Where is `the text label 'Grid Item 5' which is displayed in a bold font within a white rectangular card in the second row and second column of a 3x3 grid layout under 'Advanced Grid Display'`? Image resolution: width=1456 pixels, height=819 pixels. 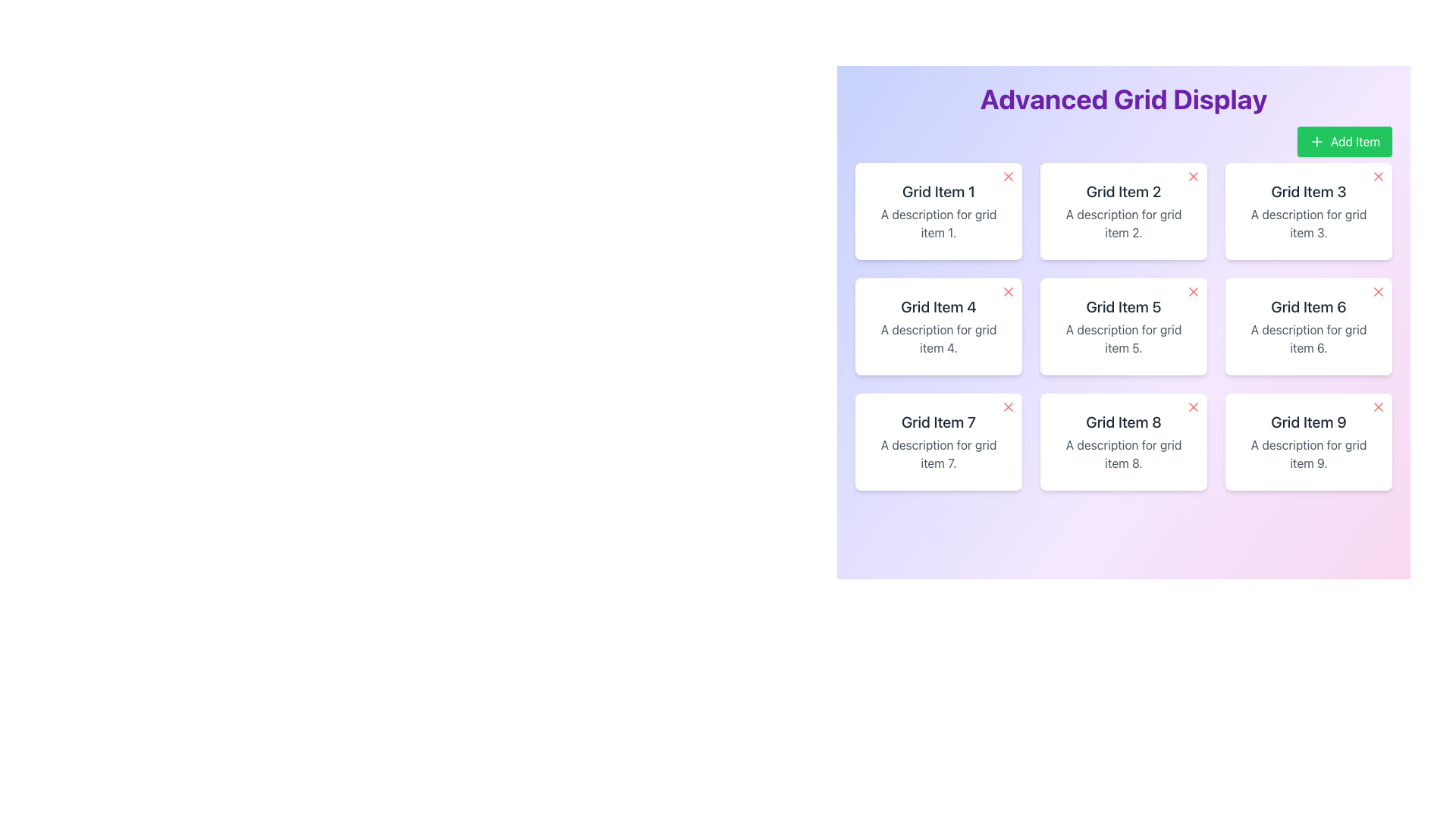 the text label 'Grid Item 5' which is displayed in a bold font within a white rectangular card in the second row and second column of a 3x3 grid layout under 'Advanced Grid Display' is located at coordinates (1124, 307).